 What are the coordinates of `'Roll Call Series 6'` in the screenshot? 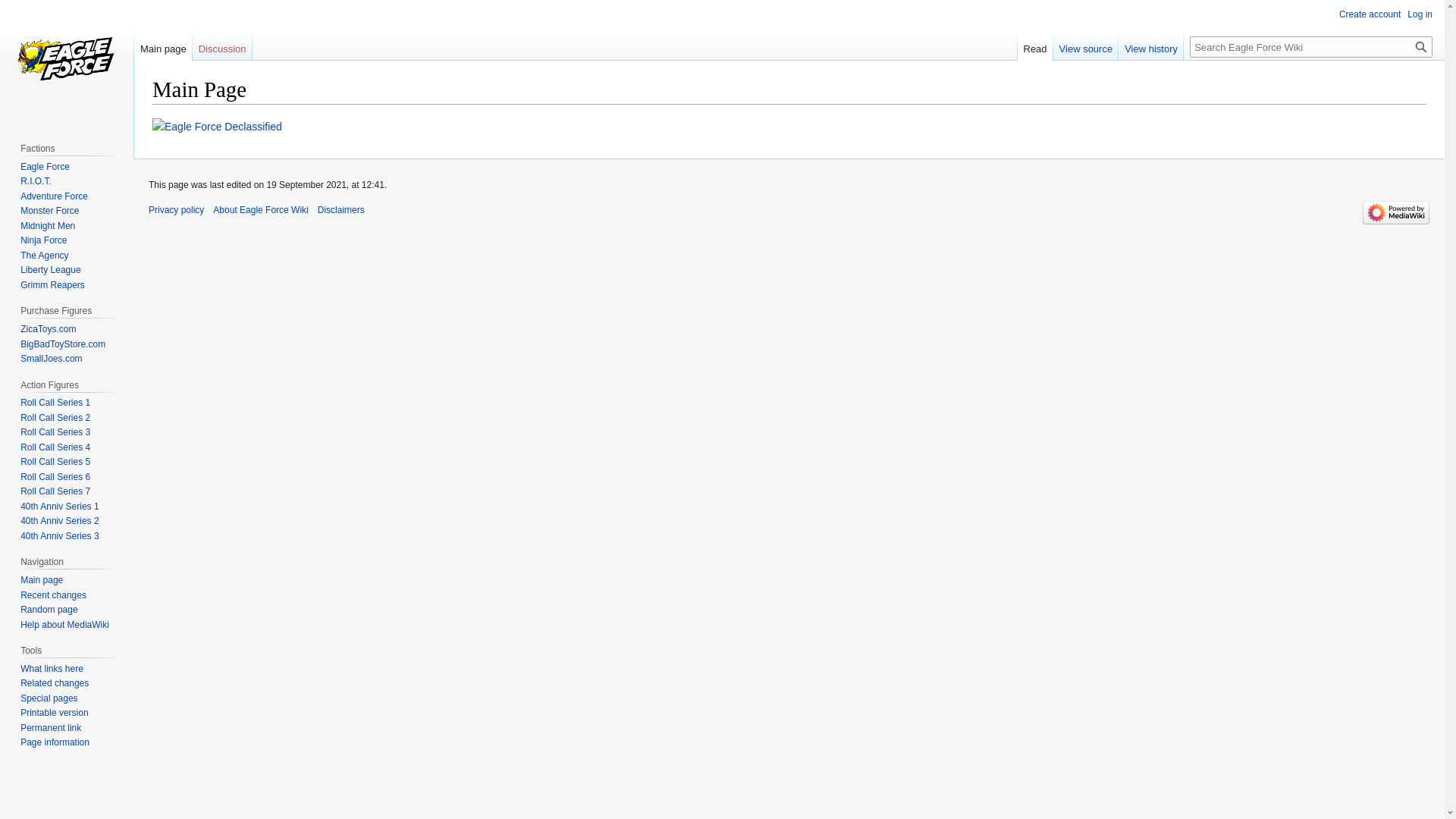 It's located at (55, 475).